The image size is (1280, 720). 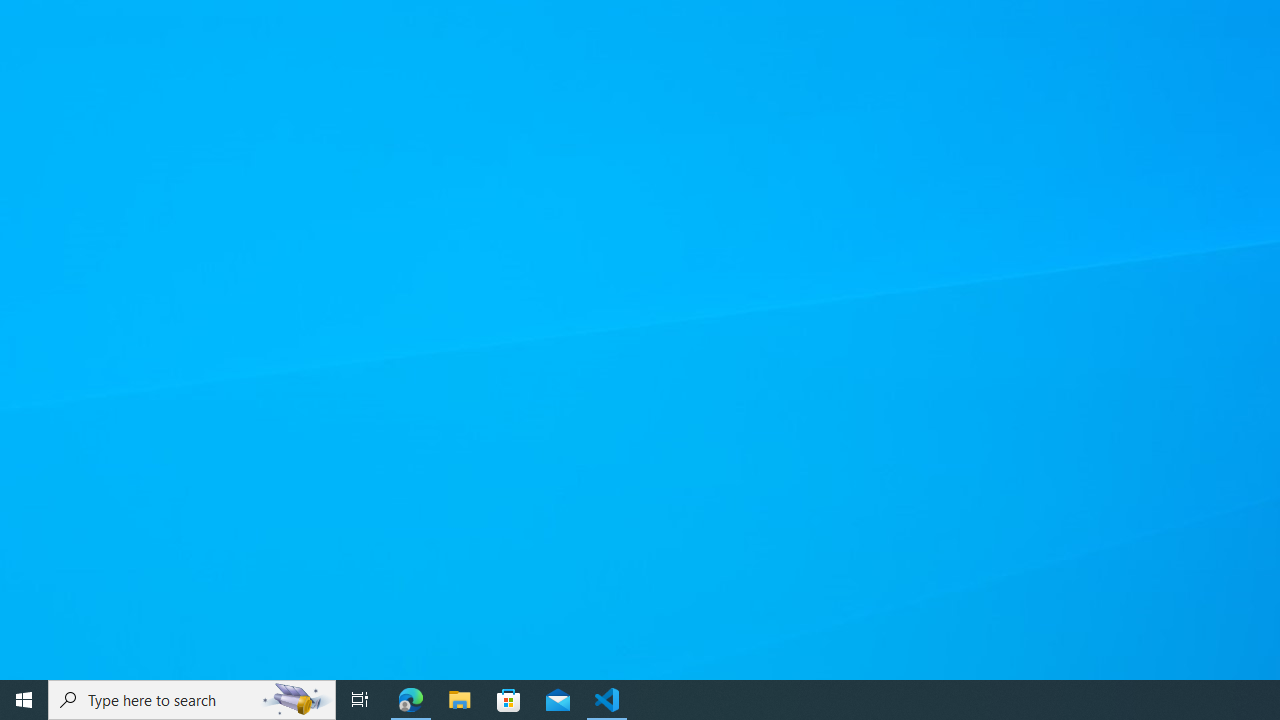 I want to click on 'Visual Studio Code - 1 running window', so click(x=606, y=698).